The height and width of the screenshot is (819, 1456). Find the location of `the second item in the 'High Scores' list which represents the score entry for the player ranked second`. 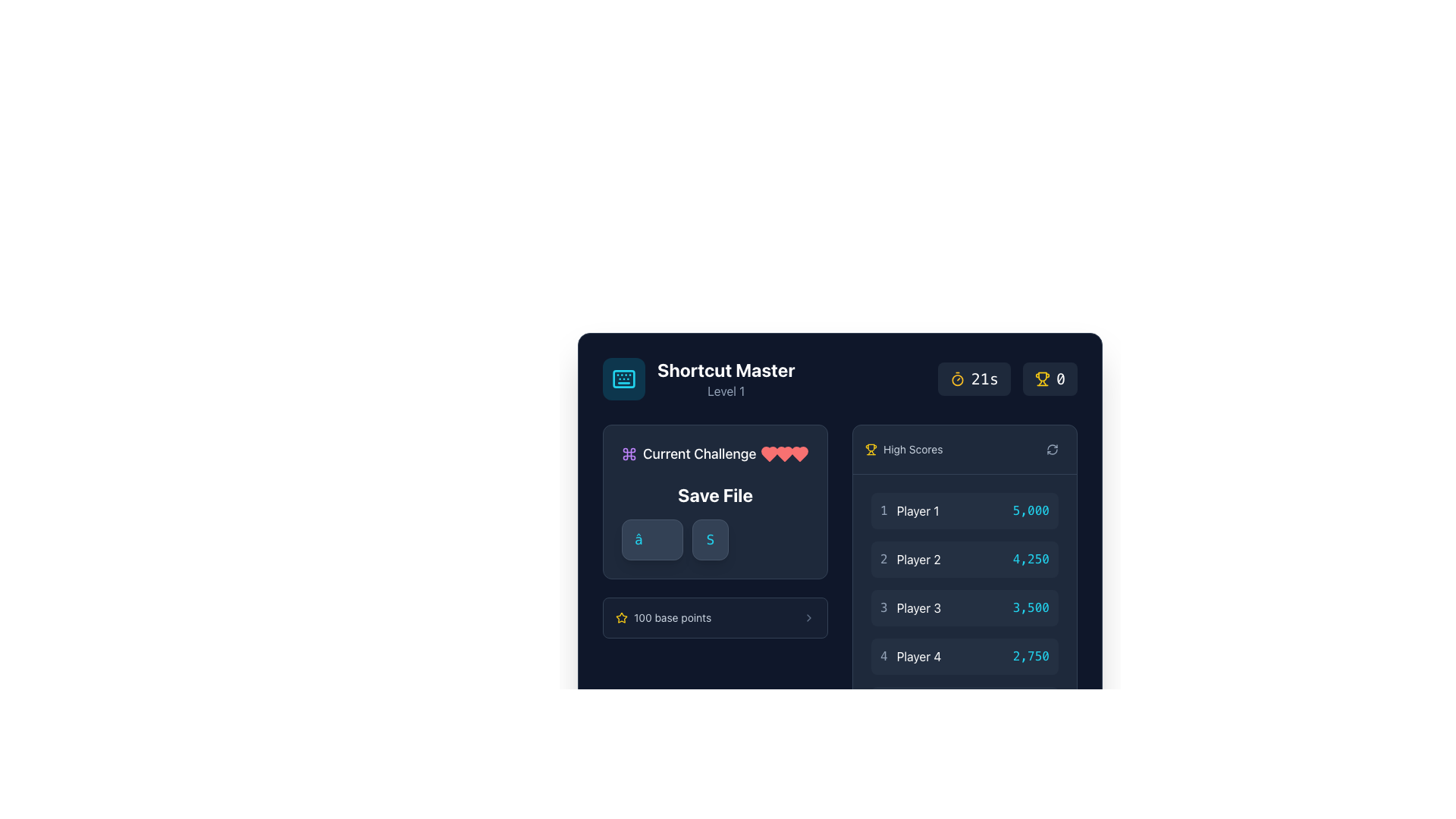

the second item in the 'High Scores' list which represents the score entry for the player ranked second is located at coordinates (964, 559).